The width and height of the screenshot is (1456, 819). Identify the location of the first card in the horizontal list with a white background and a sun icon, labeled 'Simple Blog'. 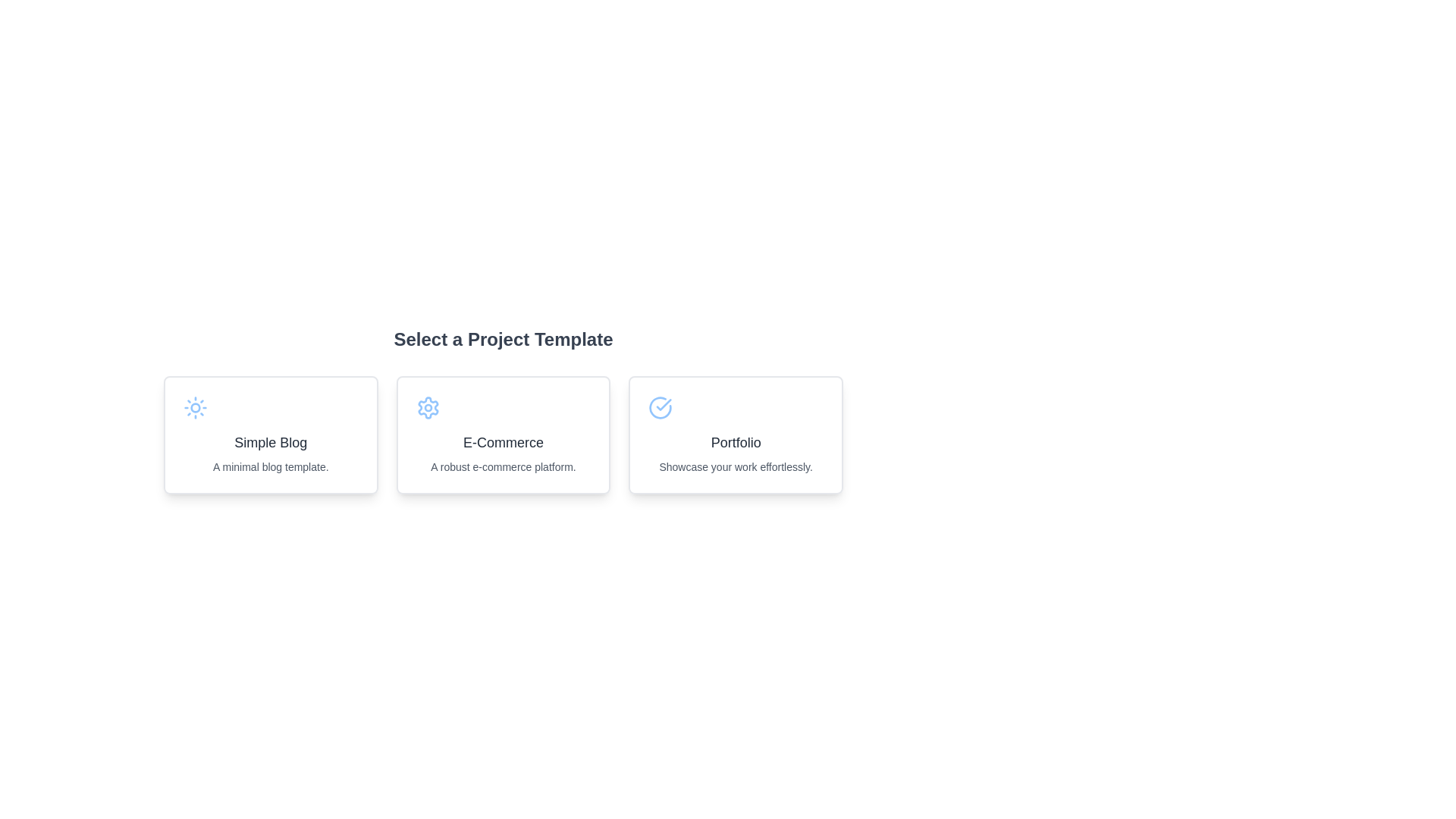
(271, 435).